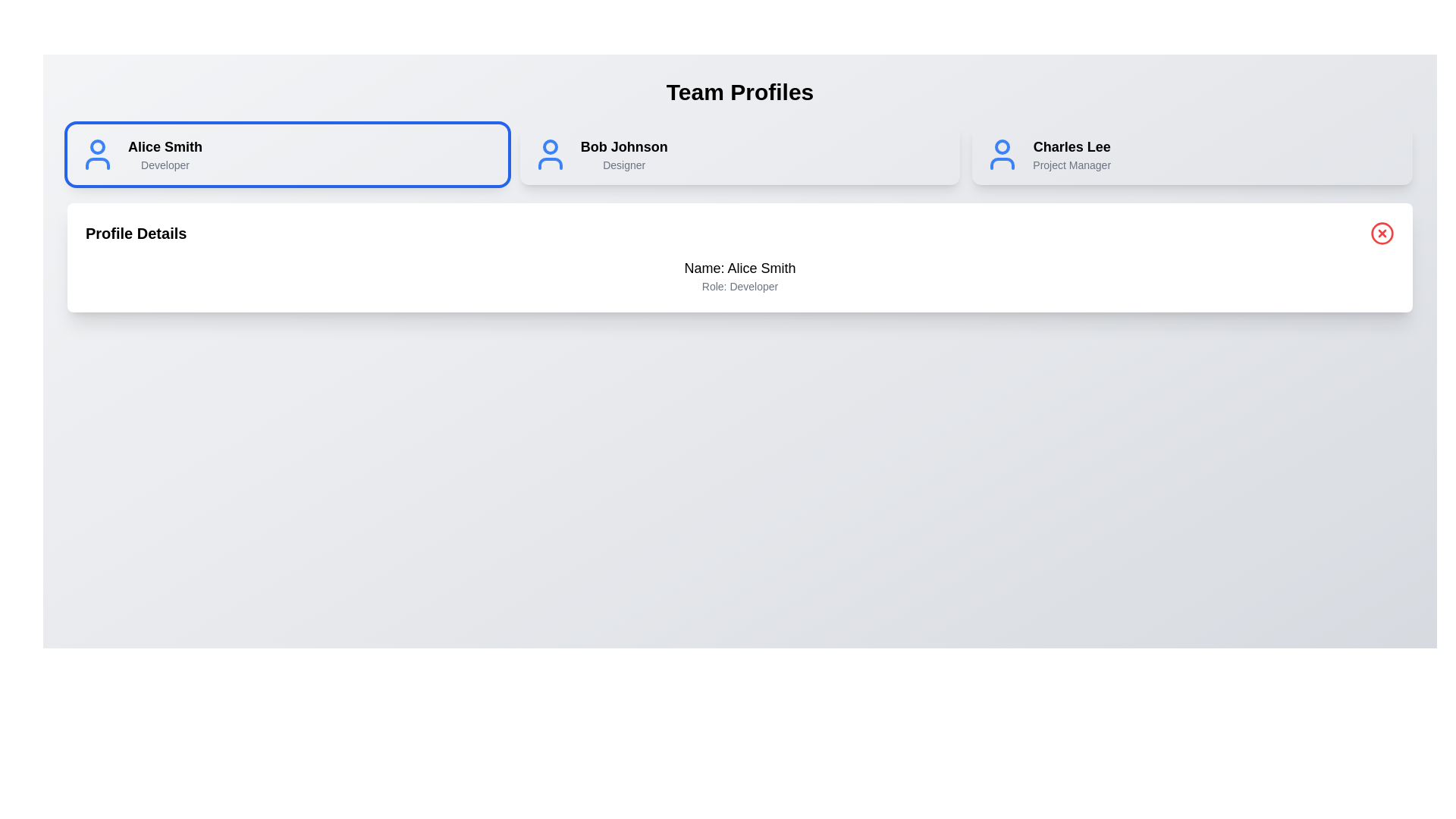 This screenshot has height=819, width=1456. I want to click on the user icon SVG graphical element located in the top-right card, adjacent to the text 'Charles Lee' and vertically centered within the card, so click(1003, 155).